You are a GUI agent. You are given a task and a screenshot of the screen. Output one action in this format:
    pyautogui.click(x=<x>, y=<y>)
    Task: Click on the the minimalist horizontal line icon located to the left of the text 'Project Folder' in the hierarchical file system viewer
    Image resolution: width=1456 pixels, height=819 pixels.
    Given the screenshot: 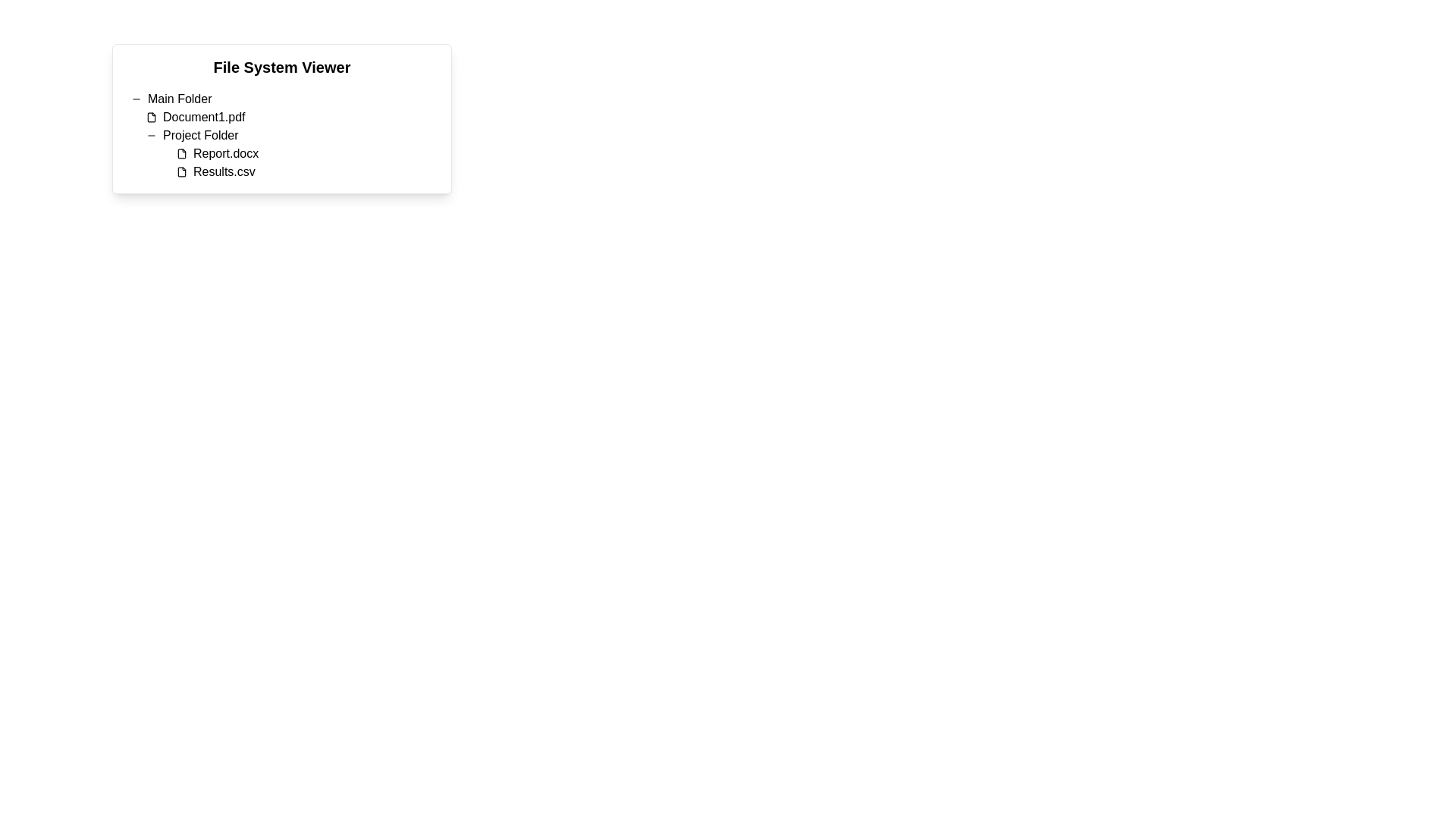 What is the action you would take?
    pyautogui.click(x=152, y=134)
    